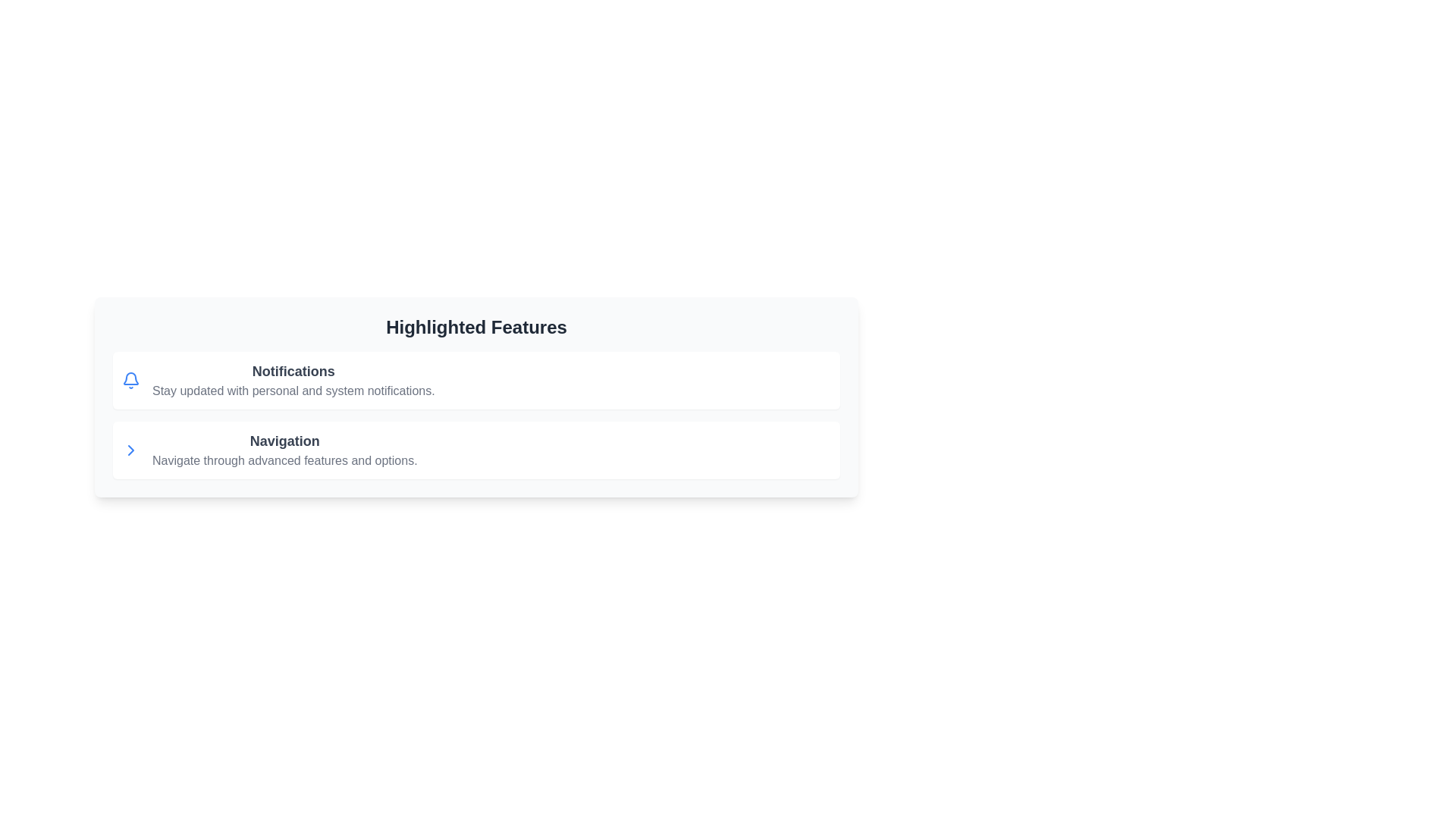 This screenshot has width=1456, height=819. Describe the element at coordinates (293, 379) in the screenshot. I see `the first Text Label in the 'Highlighted Features' section` at that location.